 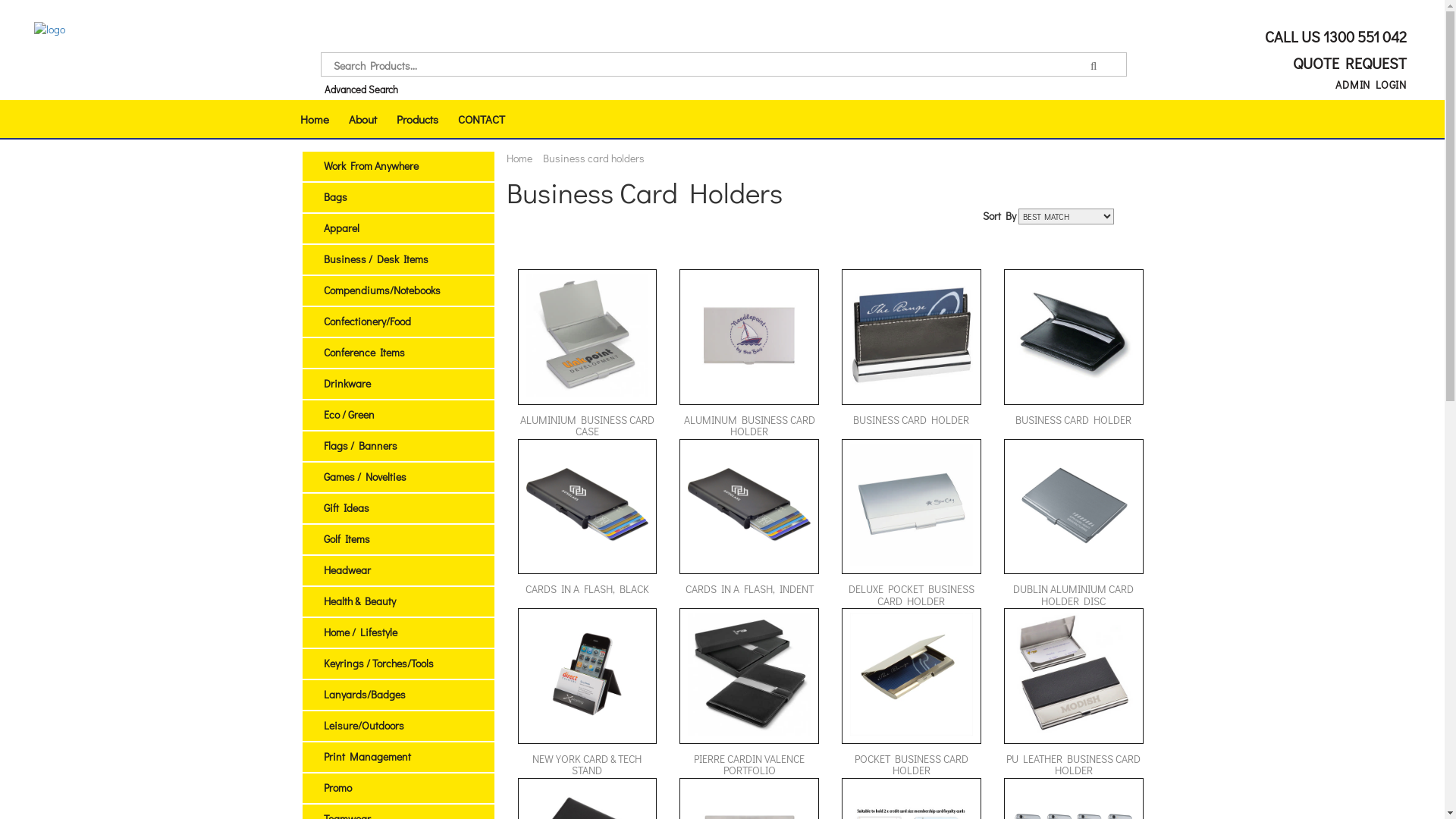 I want to click on 'ALUMINUM BUSINESS CARD HOLDER', so click(x=749, y=353).